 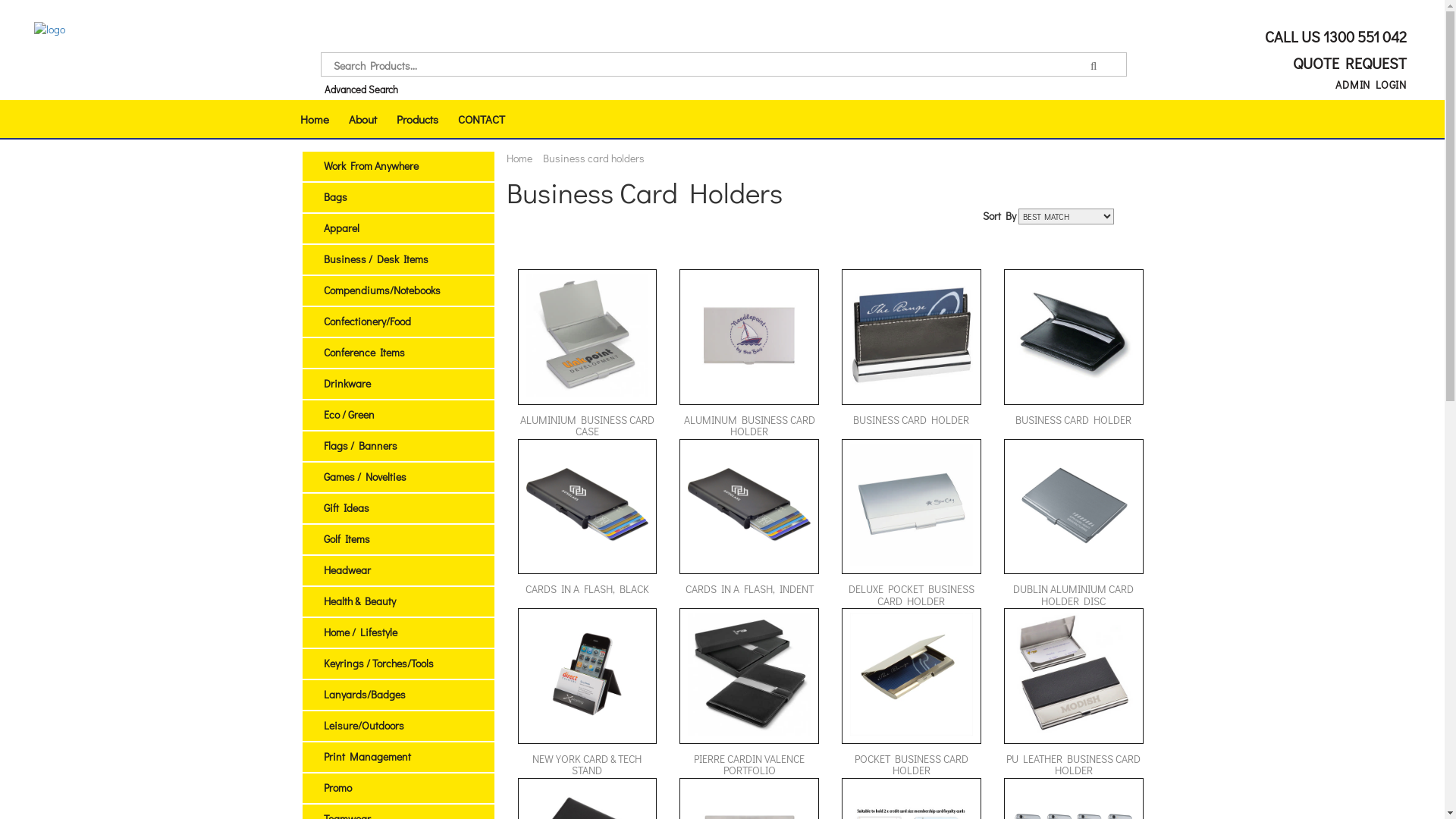 I want to click on 'ALUMINUM BUSINESS CARD HOLDER', so click(x=749, y=353).